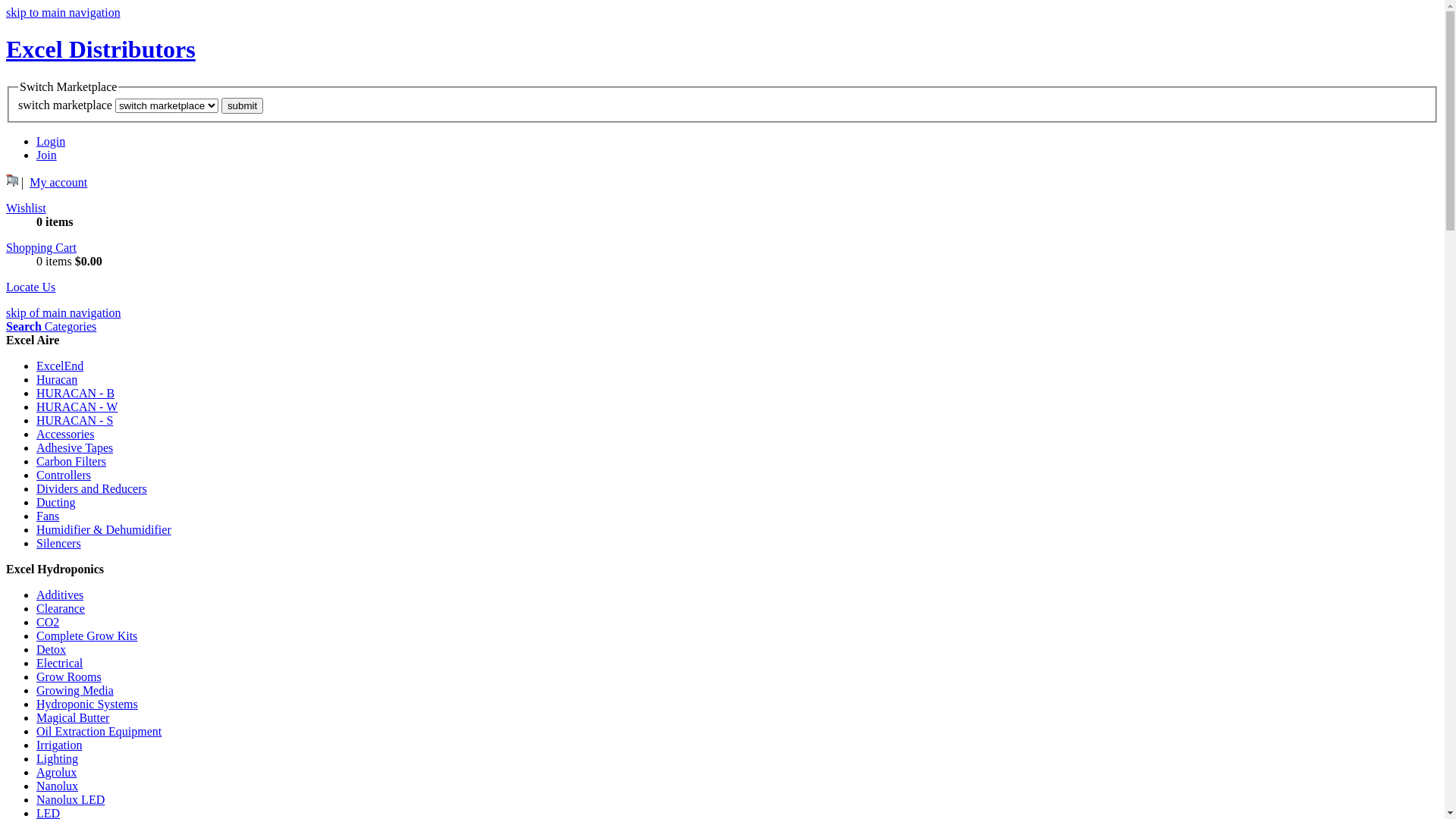  I want to click on 'Grow Rooms', so click(68, 676).